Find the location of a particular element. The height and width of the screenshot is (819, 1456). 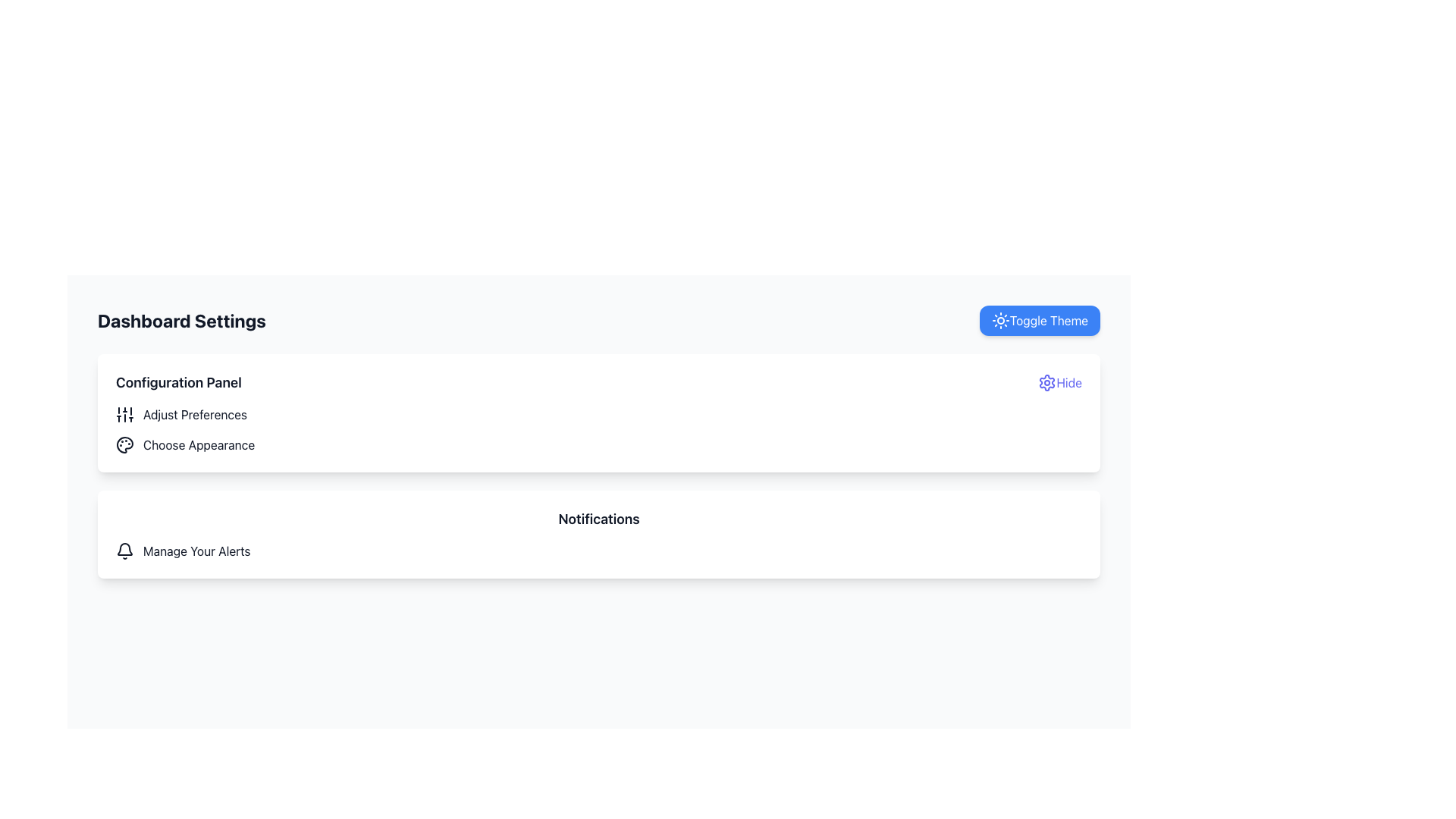

the settings icon located to the left of the 'Hide' text in the button-like component at the top-right section of the interface is located at coordinates (1046, 382).